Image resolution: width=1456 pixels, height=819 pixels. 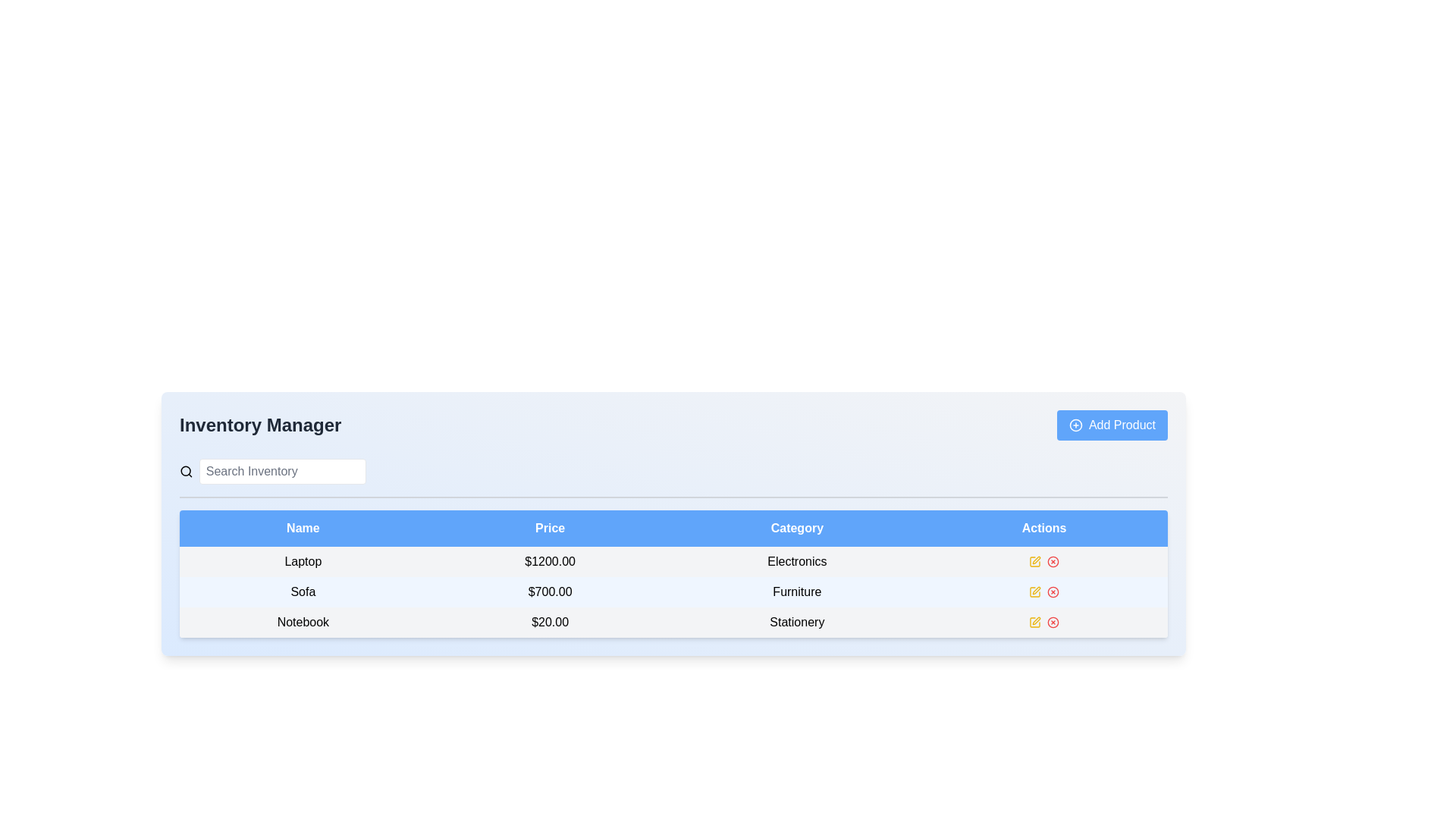 I want to click on the column data associated with the 'Name' header, so click(x=303, y=528).